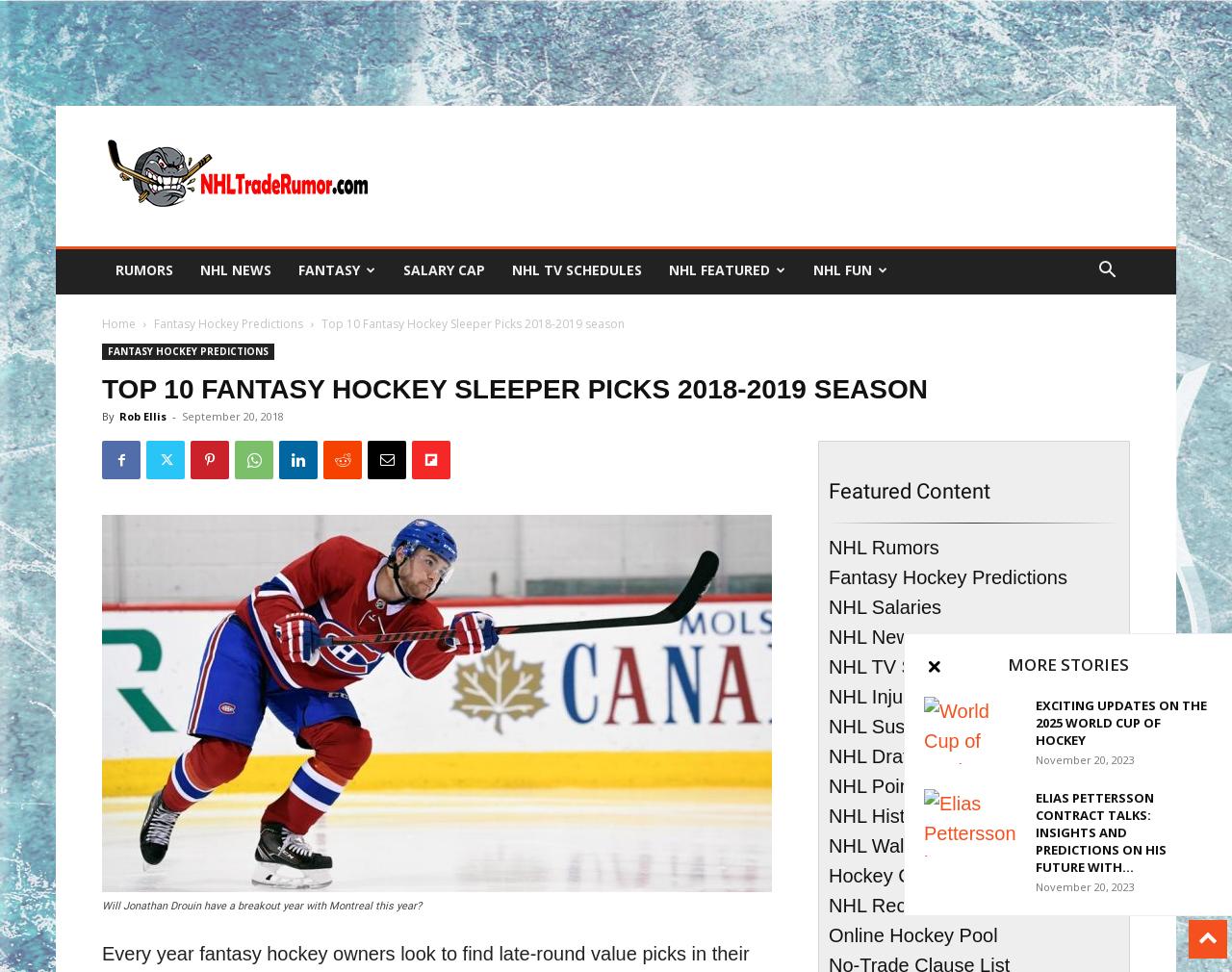 This screenshot has height=972, width=1232. I want to click on 'NHL Records', so click(885, 906).